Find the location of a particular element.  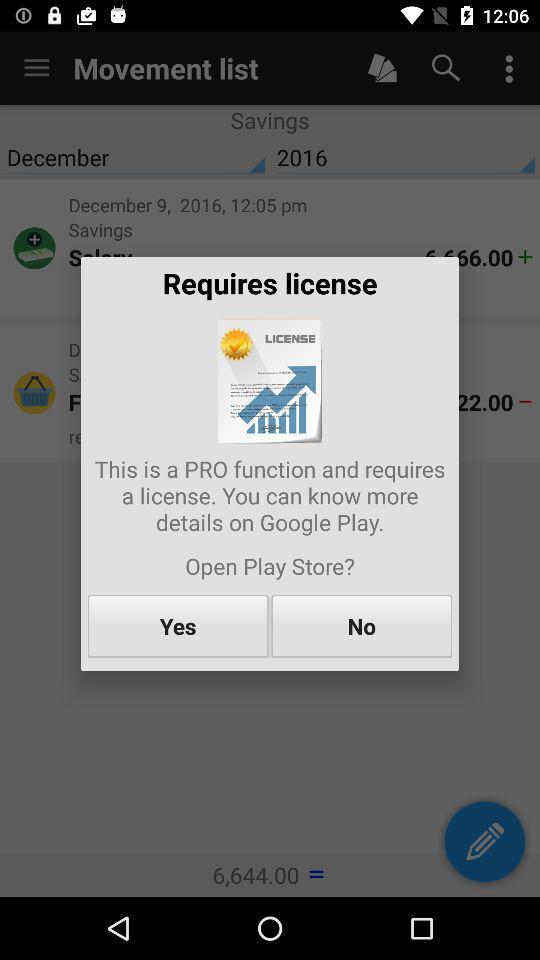

the no on the right is located at coordinates (360, 625).